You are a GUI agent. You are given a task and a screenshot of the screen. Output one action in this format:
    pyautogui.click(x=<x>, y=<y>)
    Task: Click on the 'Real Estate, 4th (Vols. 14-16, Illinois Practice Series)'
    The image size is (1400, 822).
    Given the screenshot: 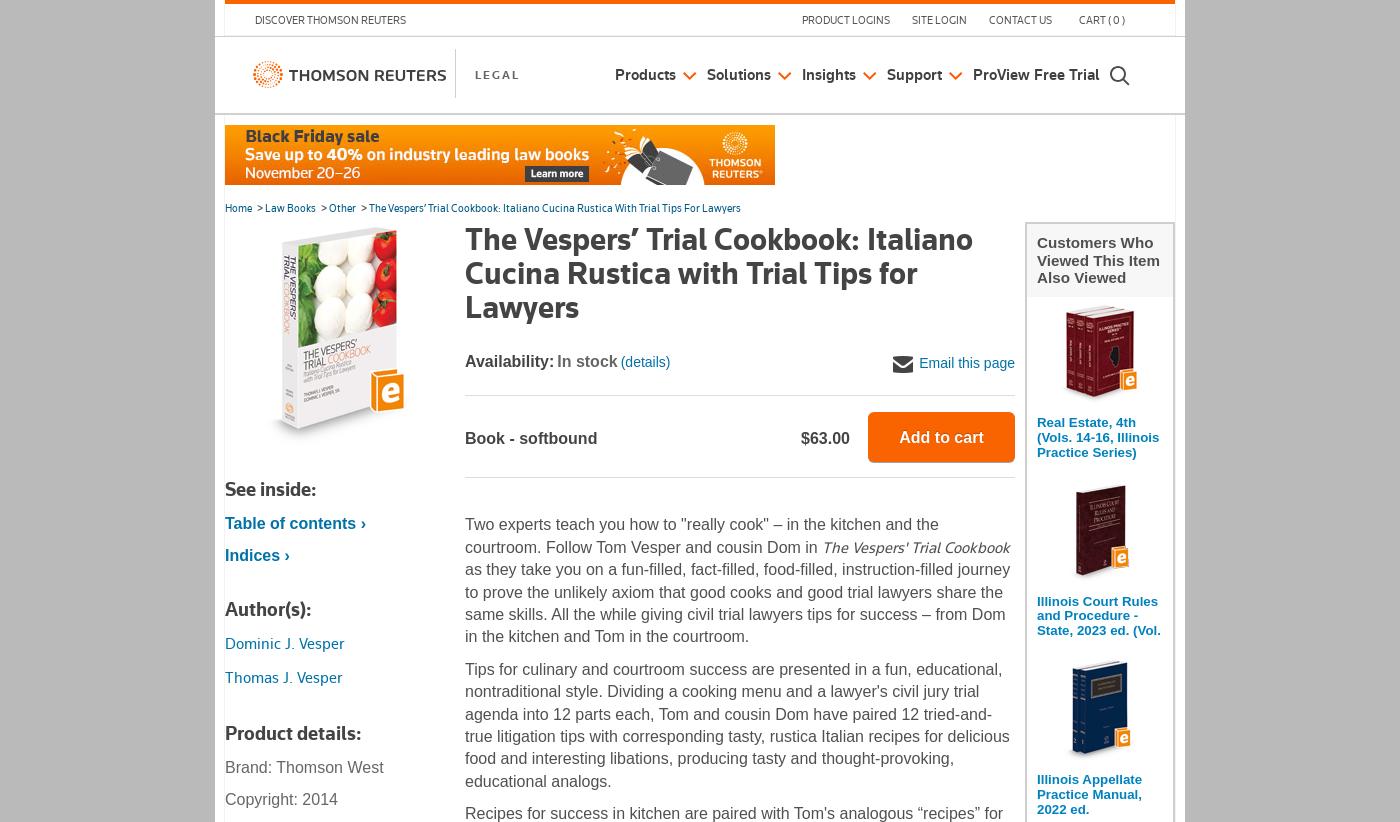 What is the action you would take?
    pyautogui.click(x=1098, y=435)
    